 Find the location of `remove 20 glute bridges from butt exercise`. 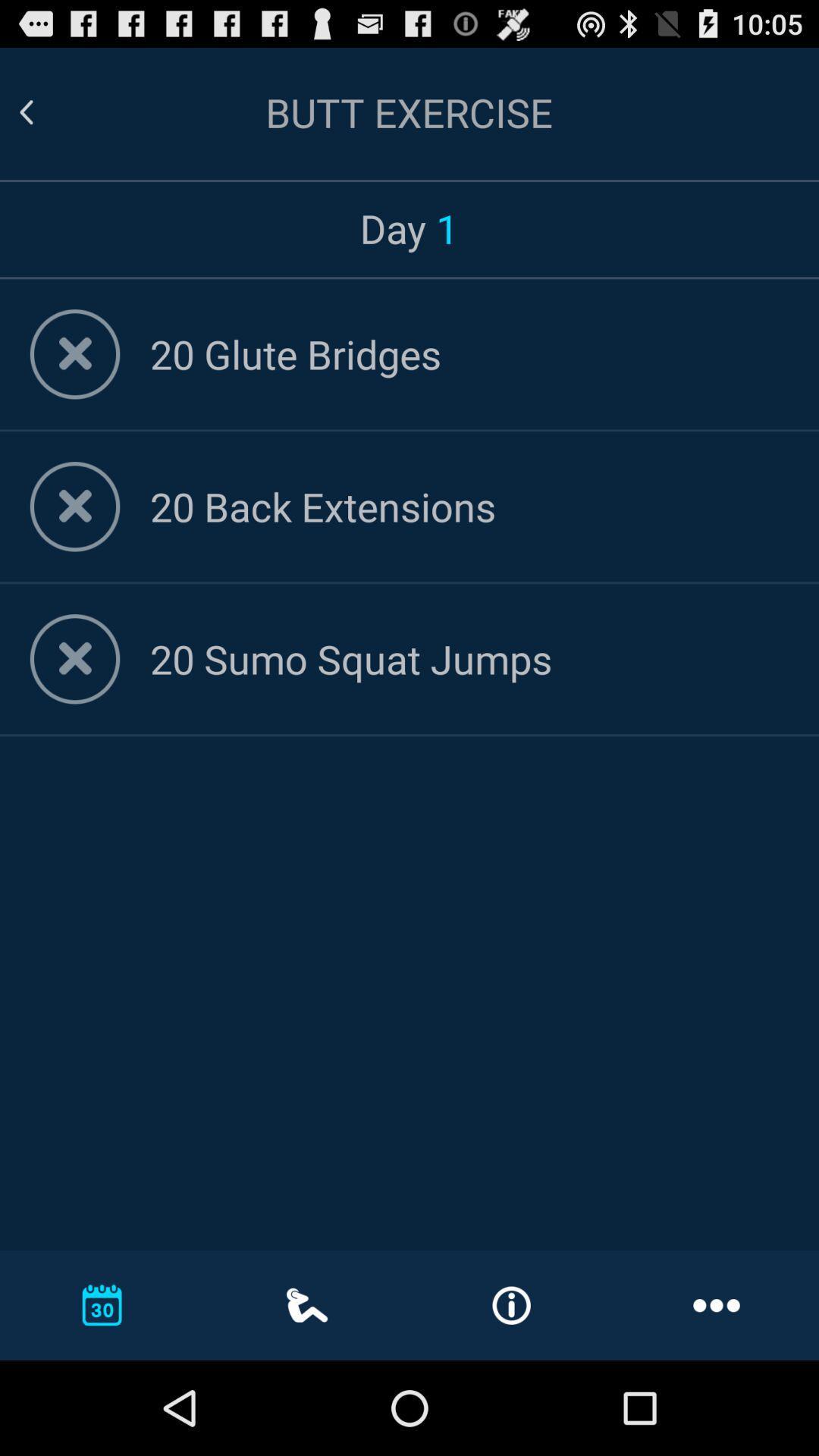

remove 20 glute bridges from butt exercise is located at coordinates (75, 353).